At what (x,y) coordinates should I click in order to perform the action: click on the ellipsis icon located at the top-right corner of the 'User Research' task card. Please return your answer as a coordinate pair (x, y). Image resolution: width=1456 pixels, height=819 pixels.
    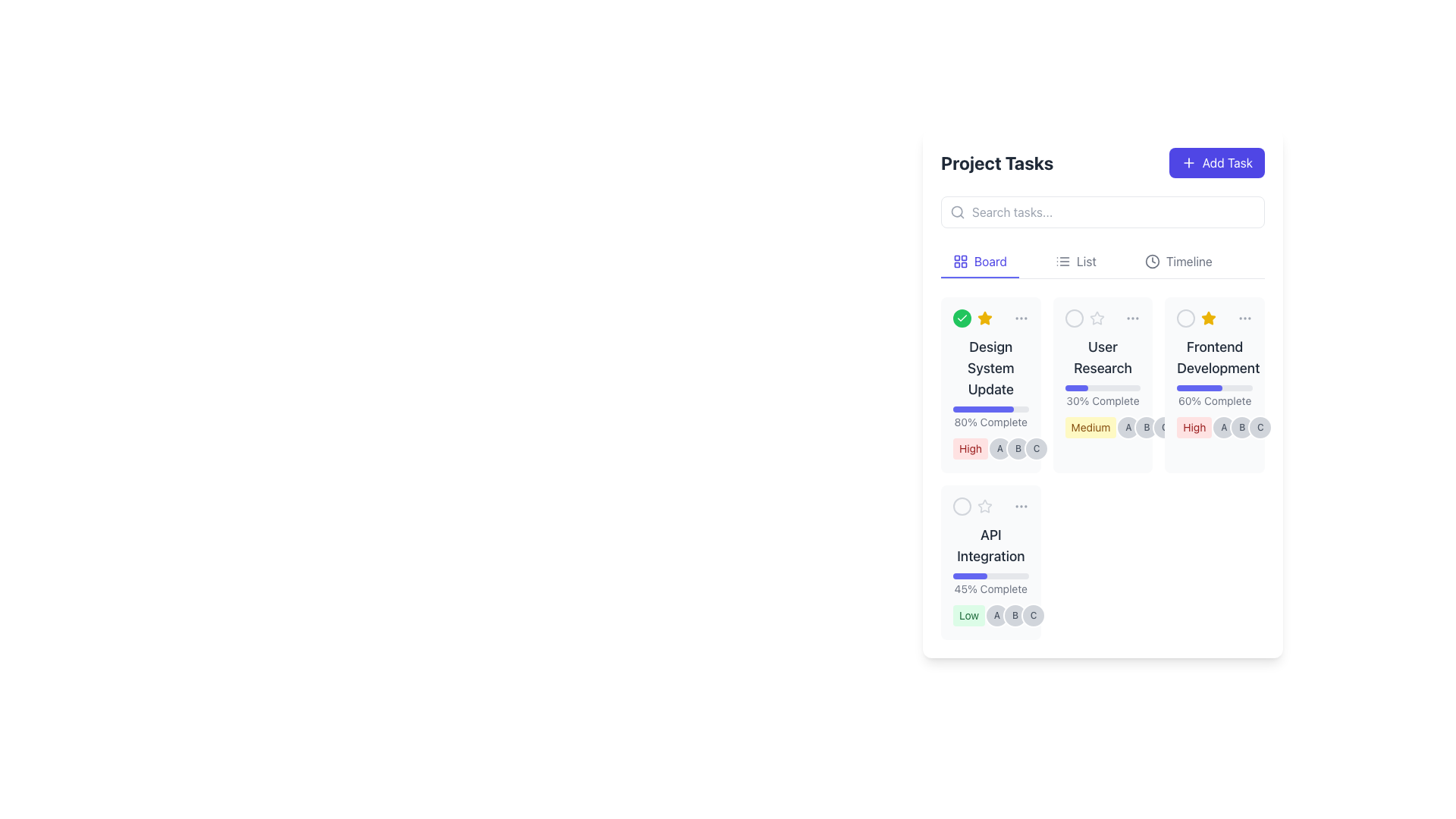
    Looking at the image, I should click on (1133, 318).